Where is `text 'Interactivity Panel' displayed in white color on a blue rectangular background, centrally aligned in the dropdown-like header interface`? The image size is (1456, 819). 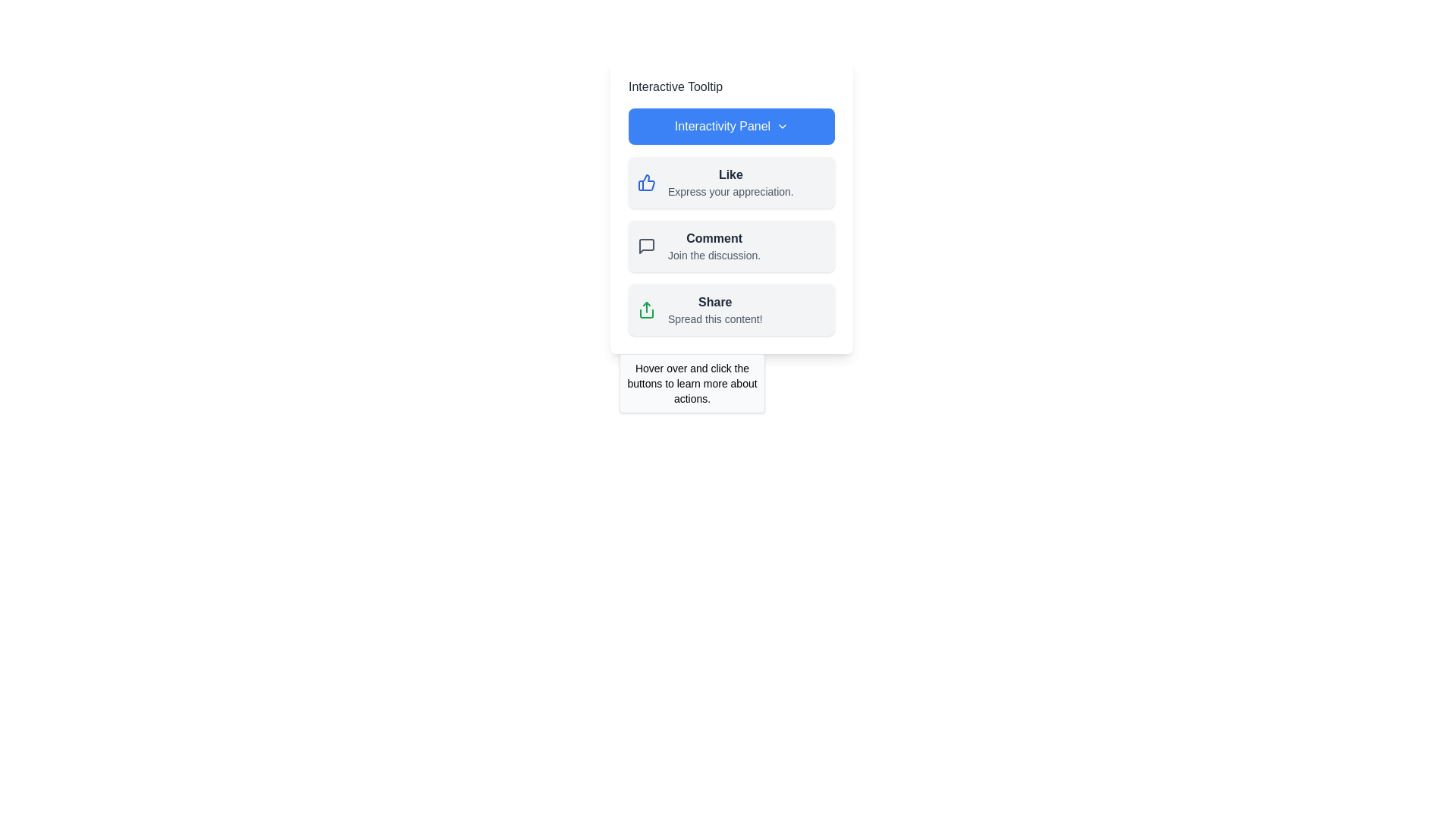 text 'Interactivity Panel' displayed in white color on a blue rectangular background, centrally aligned in the dropdown-like header interface is located at coordinates (722, 125).